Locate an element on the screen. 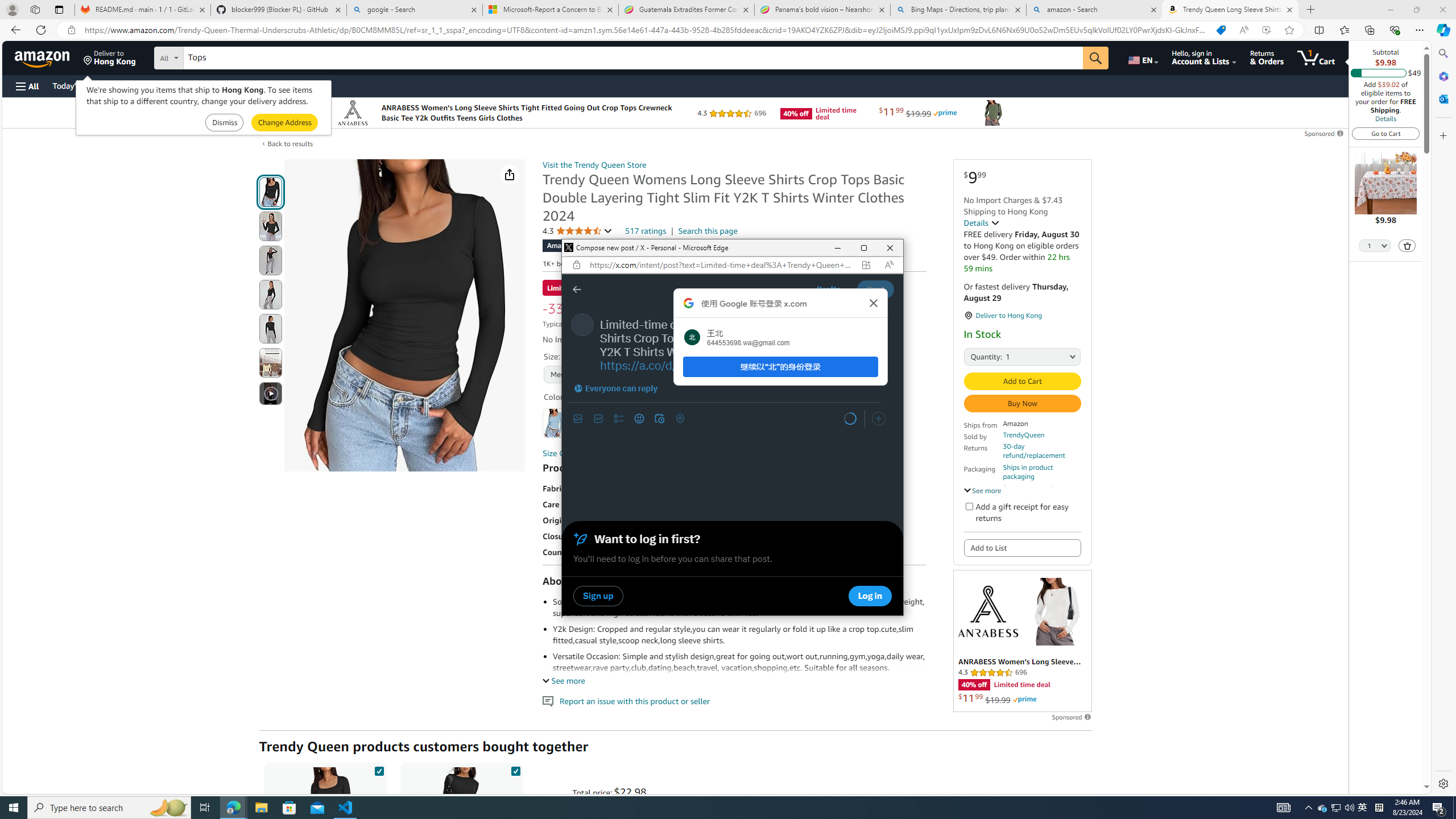 The width and height of the screenshot is (1456, 819). 'Quantity:' is located at coordinates (976, 355).